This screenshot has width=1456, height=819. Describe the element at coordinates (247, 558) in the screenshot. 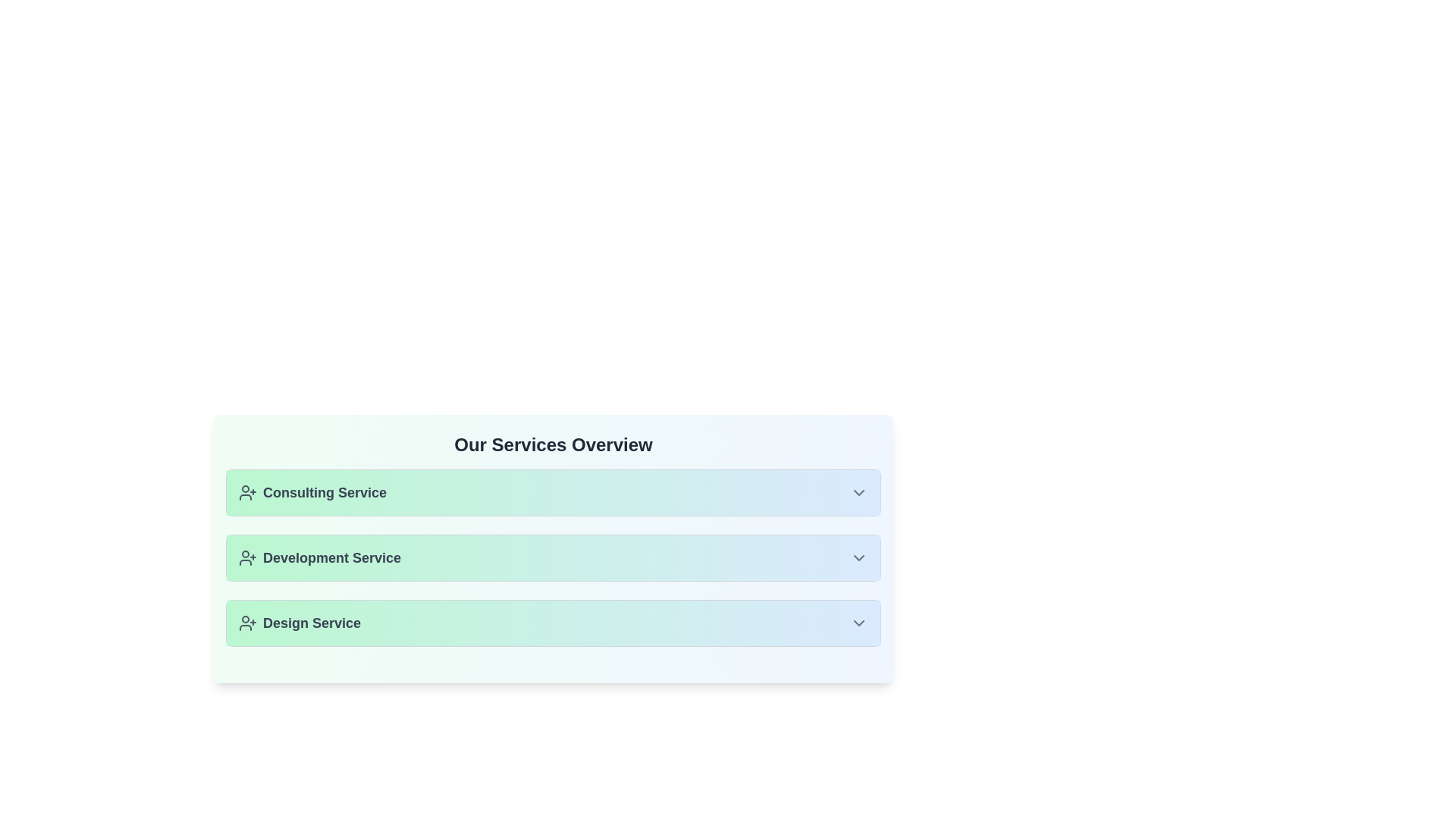

I see `the icon located to the left of the text 'Development Service', which signifies an action related` at that location.